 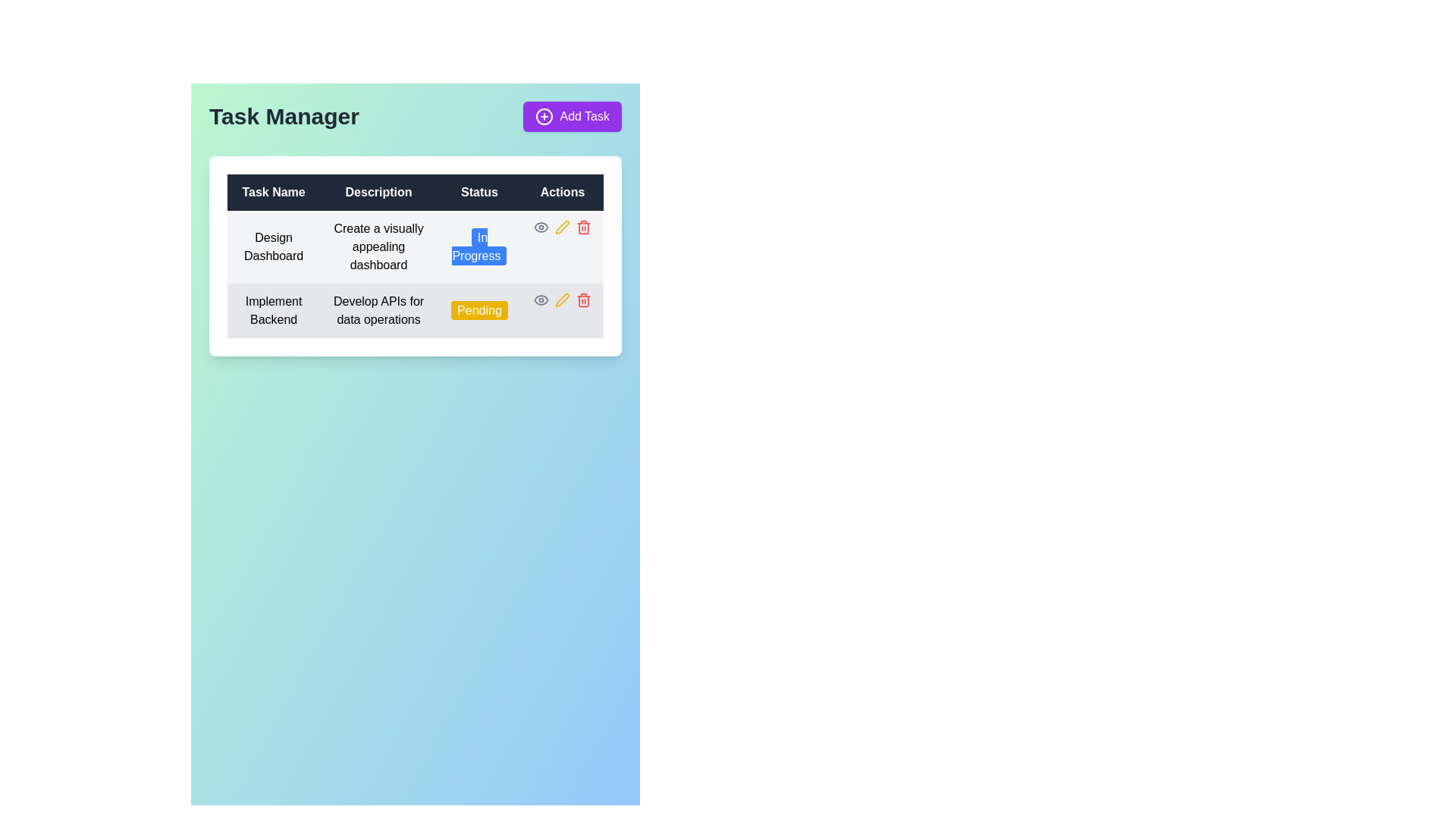 I want to click on the table row containing the text 'Implement Backend', which is the second row in the table and has a yellow background for the status 'Pending', so click(x=415, y=309).